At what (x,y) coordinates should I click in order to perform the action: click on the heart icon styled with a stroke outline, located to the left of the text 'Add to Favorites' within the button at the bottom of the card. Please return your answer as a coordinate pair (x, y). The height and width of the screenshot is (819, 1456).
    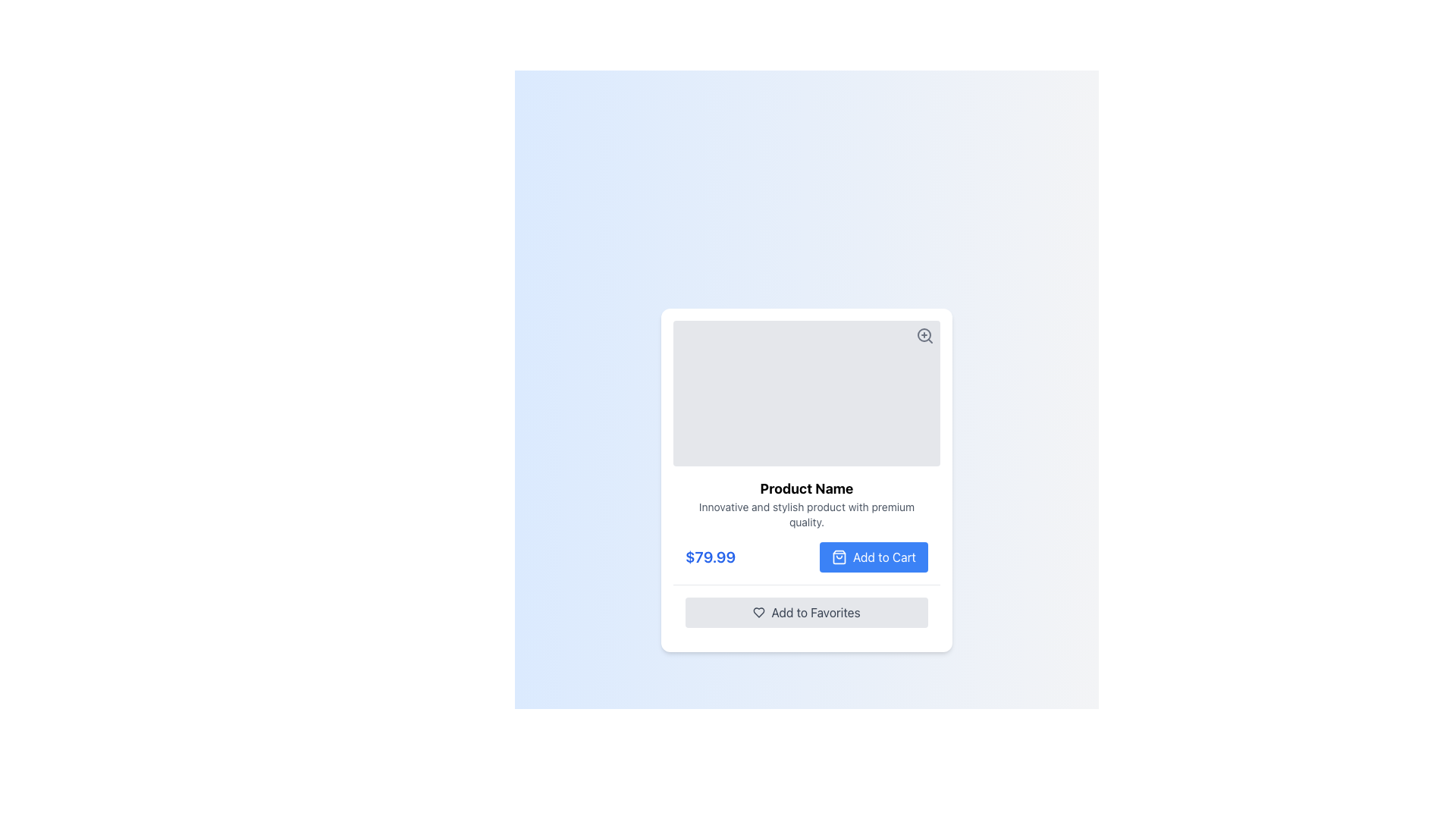
    Looking at the image, I should click on (759, 611).